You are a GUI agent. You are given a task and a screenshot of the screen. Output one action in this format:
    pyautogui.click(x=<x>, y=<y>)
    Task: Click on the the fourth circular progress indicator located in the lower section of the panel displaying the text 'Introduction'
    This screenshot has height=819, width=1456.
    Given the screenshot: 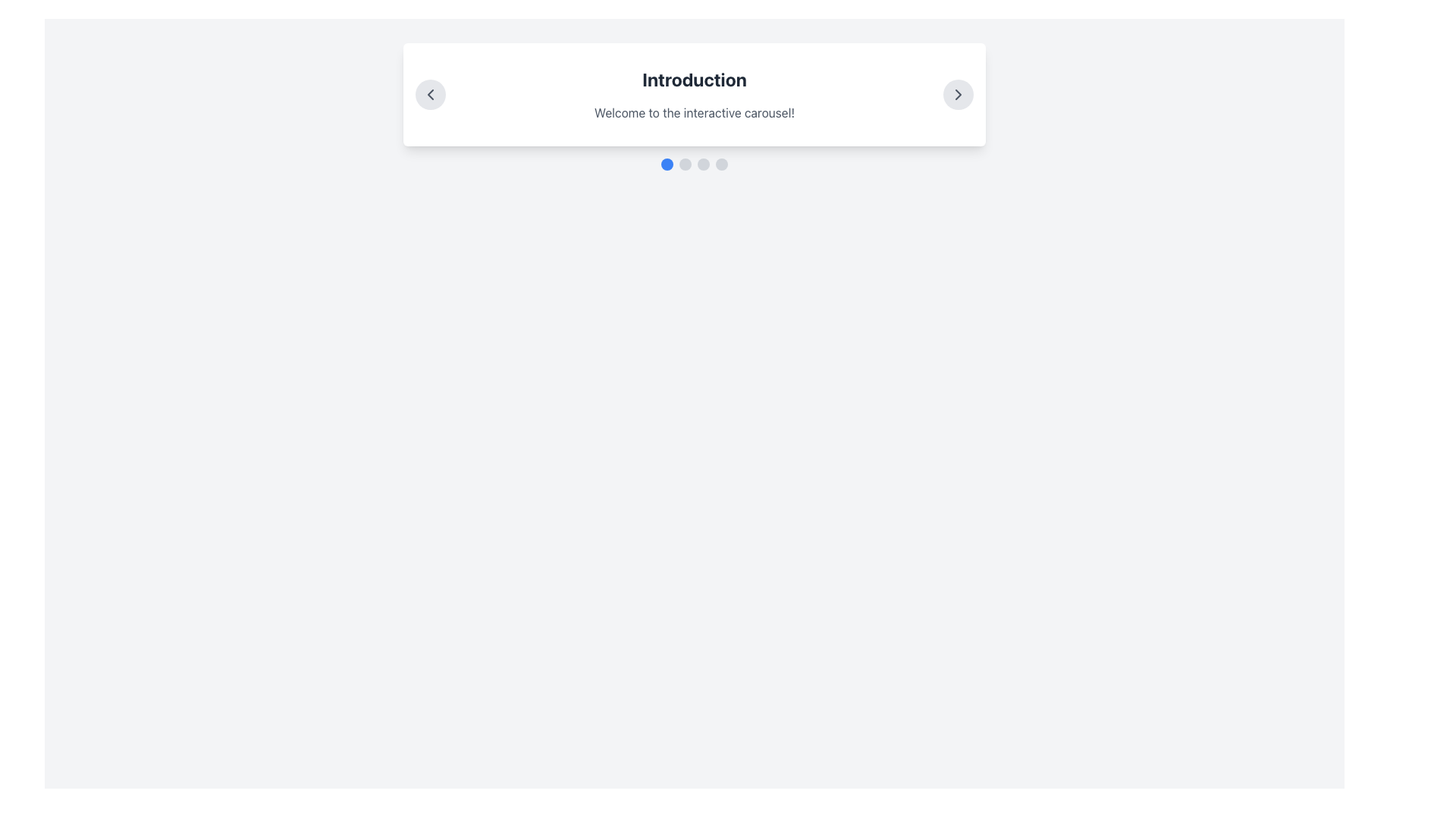 What is the action you would take?
    pyautogui.click(x=720, y=164)
    